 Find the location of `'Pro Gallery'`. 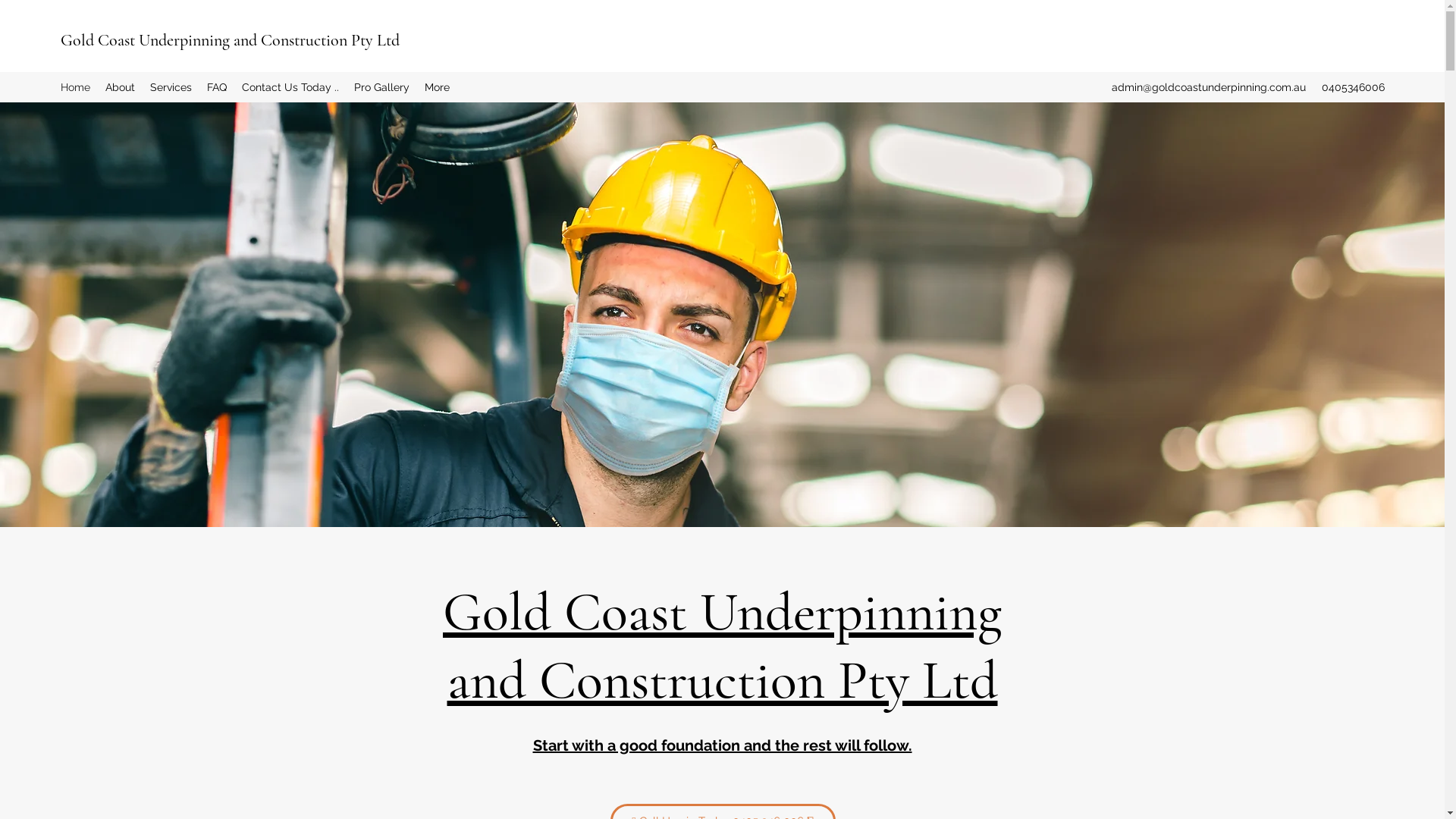

'Pro Gallery' is located at coordinates (381, 87).